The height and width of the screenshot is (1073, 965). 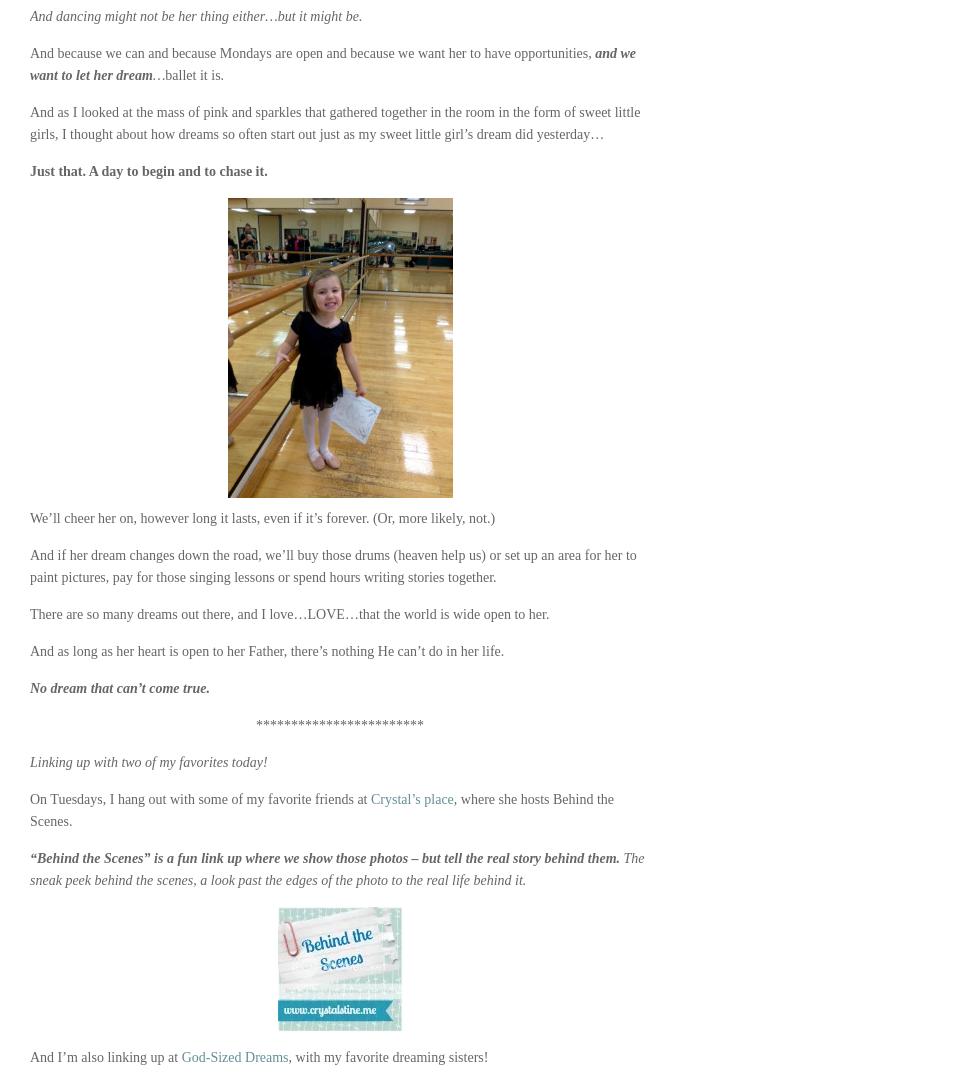 I want to click on 'And as long as her heart is open to her Father, there’s nothing He can’t do in her life.', so click(x=29, y=650).